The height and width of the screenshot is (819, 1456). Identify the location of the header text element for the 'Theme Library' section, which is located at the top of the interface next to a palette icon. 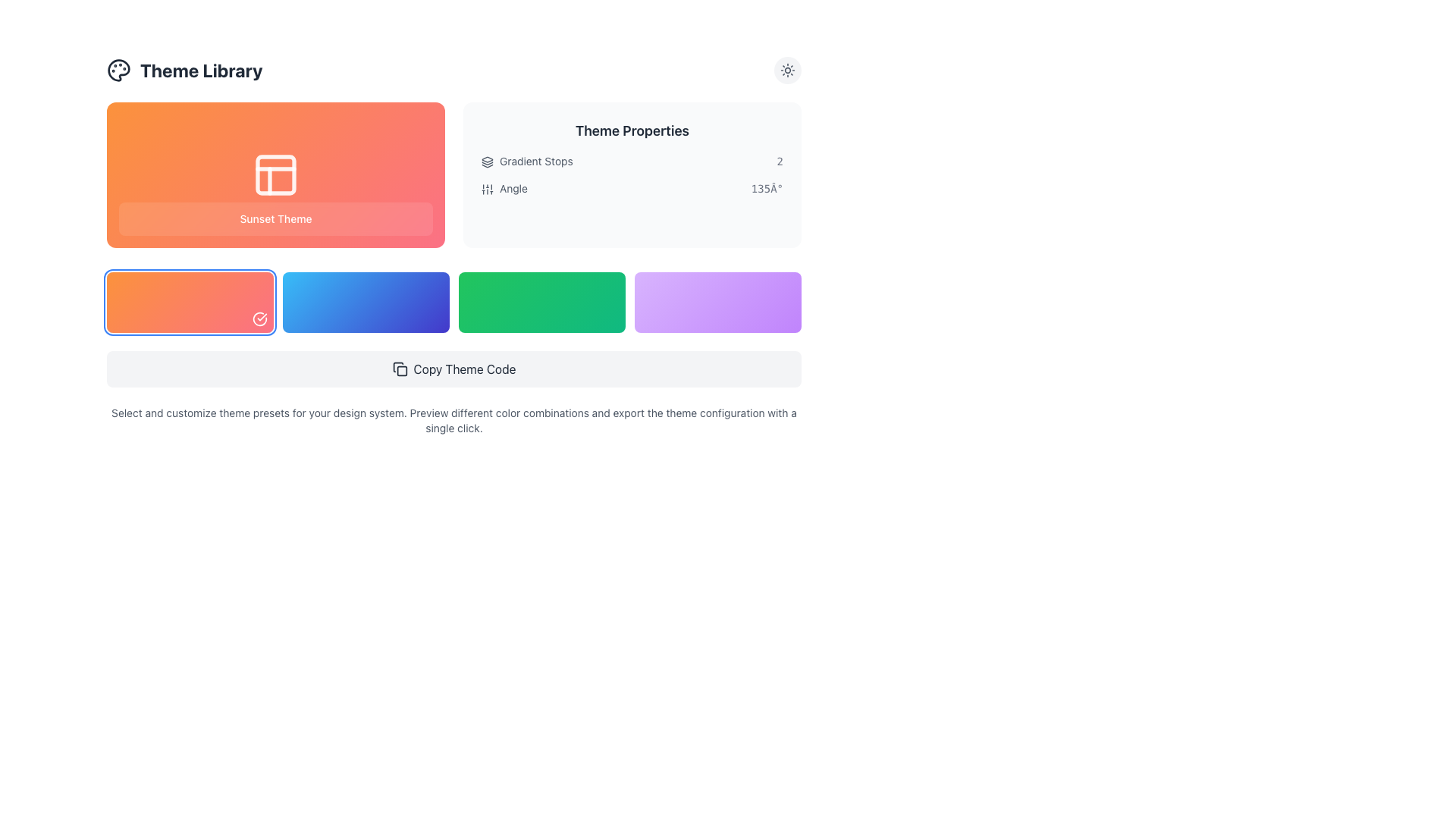
(200, 70).